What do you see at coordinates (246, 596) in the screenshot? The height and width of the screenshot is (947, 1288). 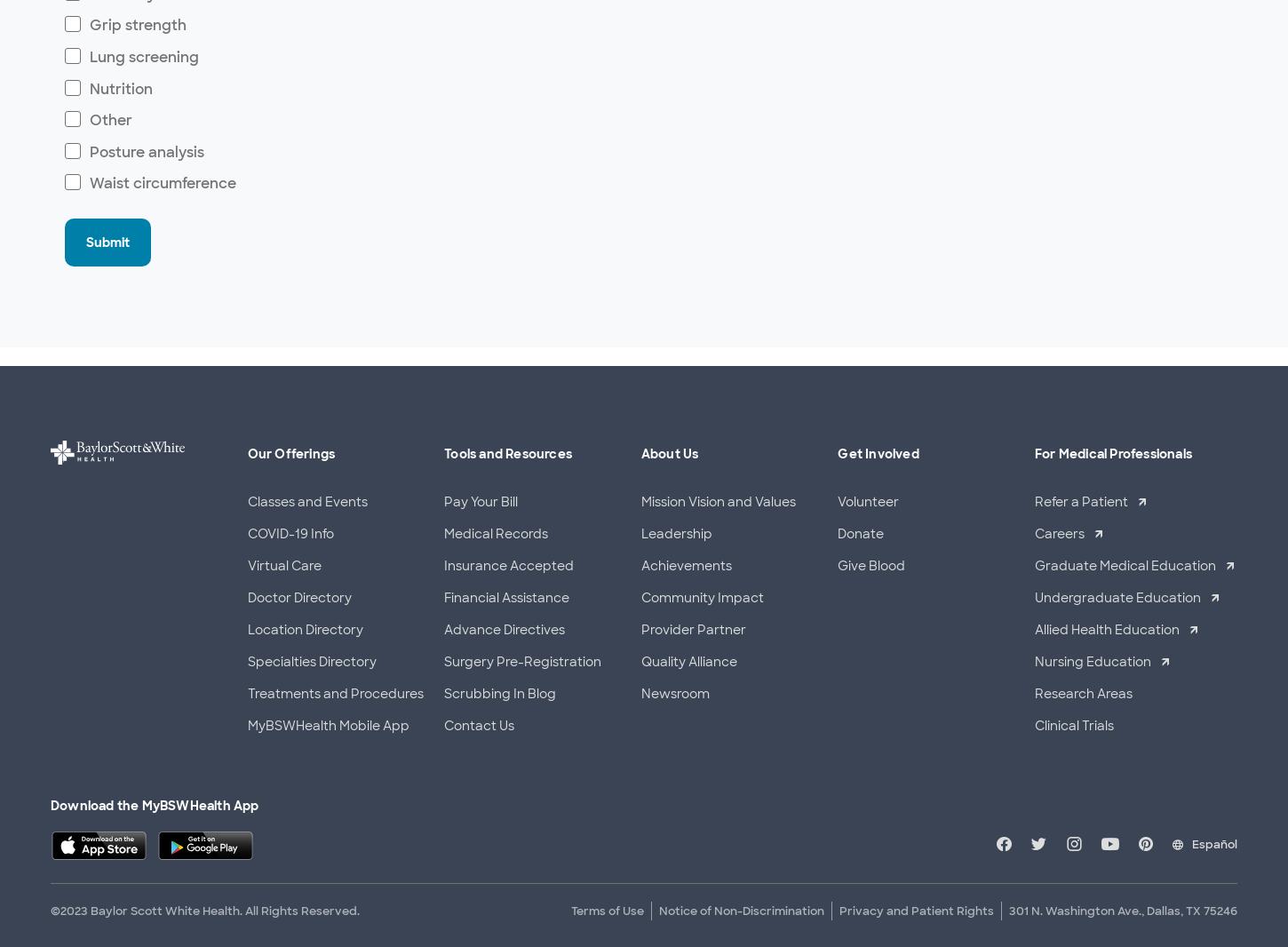 I see `'Doctor Directory'` at bounding box center [246, 596].